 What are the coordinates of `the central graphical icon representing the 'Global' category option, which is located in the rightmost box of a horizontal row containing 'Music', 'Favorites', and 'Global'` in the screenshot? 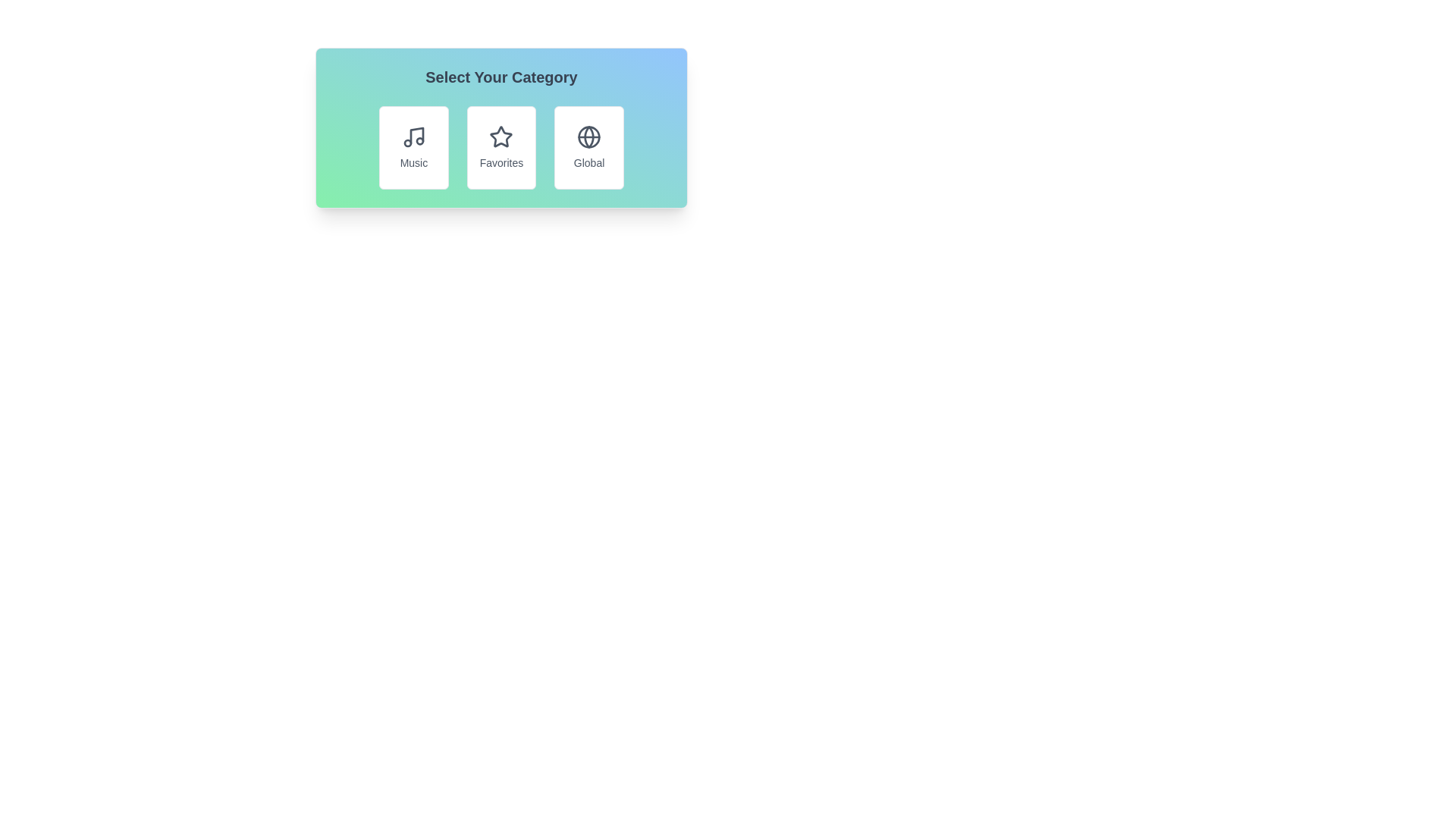 It's located at (588, 137).